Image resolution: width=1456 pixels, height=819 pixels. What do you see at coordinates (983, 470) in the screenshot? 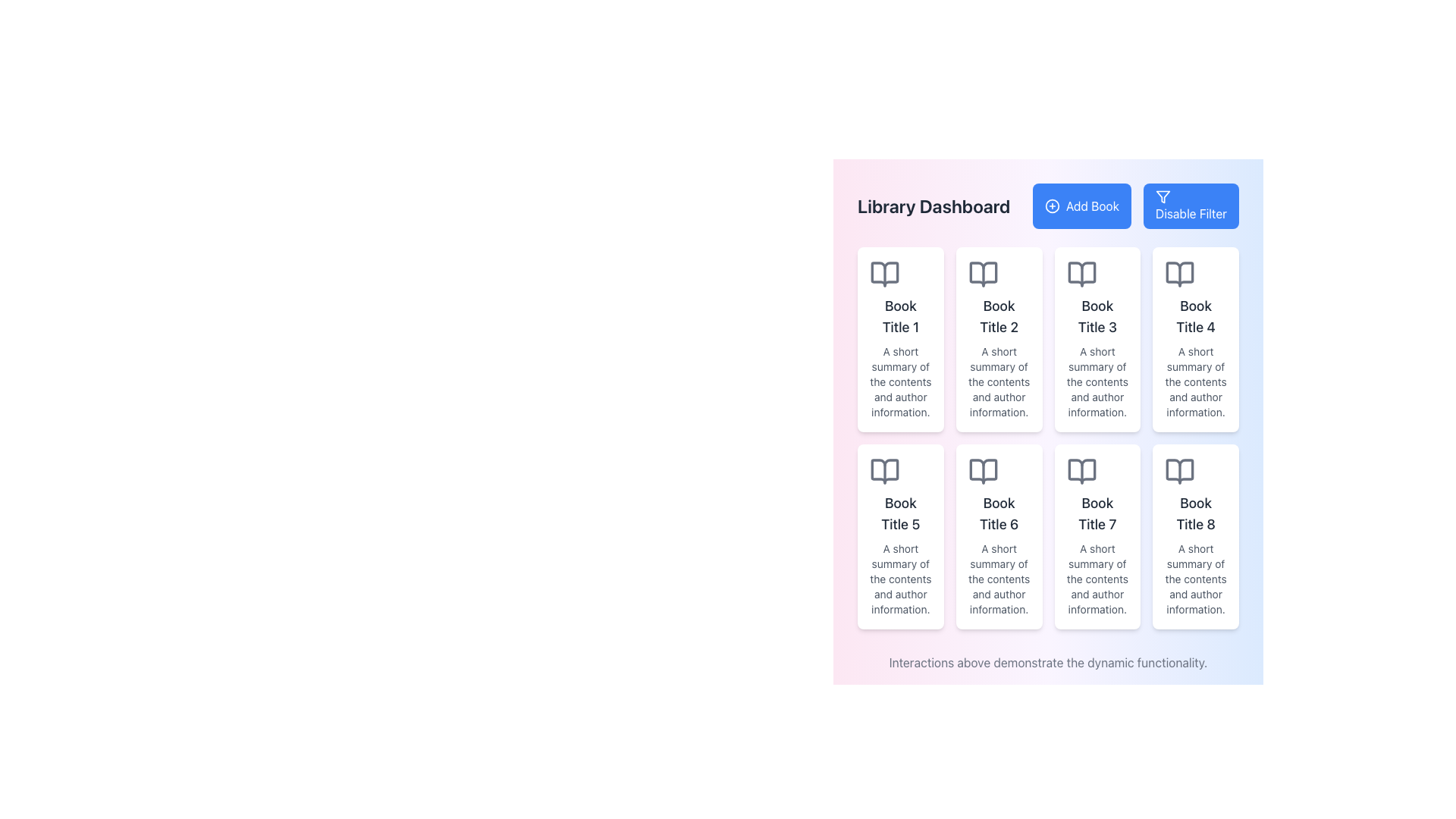
I see `the open book icon located at the top of the card labeled 'Book Title 6' in the second row, third column of the grid layout` at bounding box center [983, 470].